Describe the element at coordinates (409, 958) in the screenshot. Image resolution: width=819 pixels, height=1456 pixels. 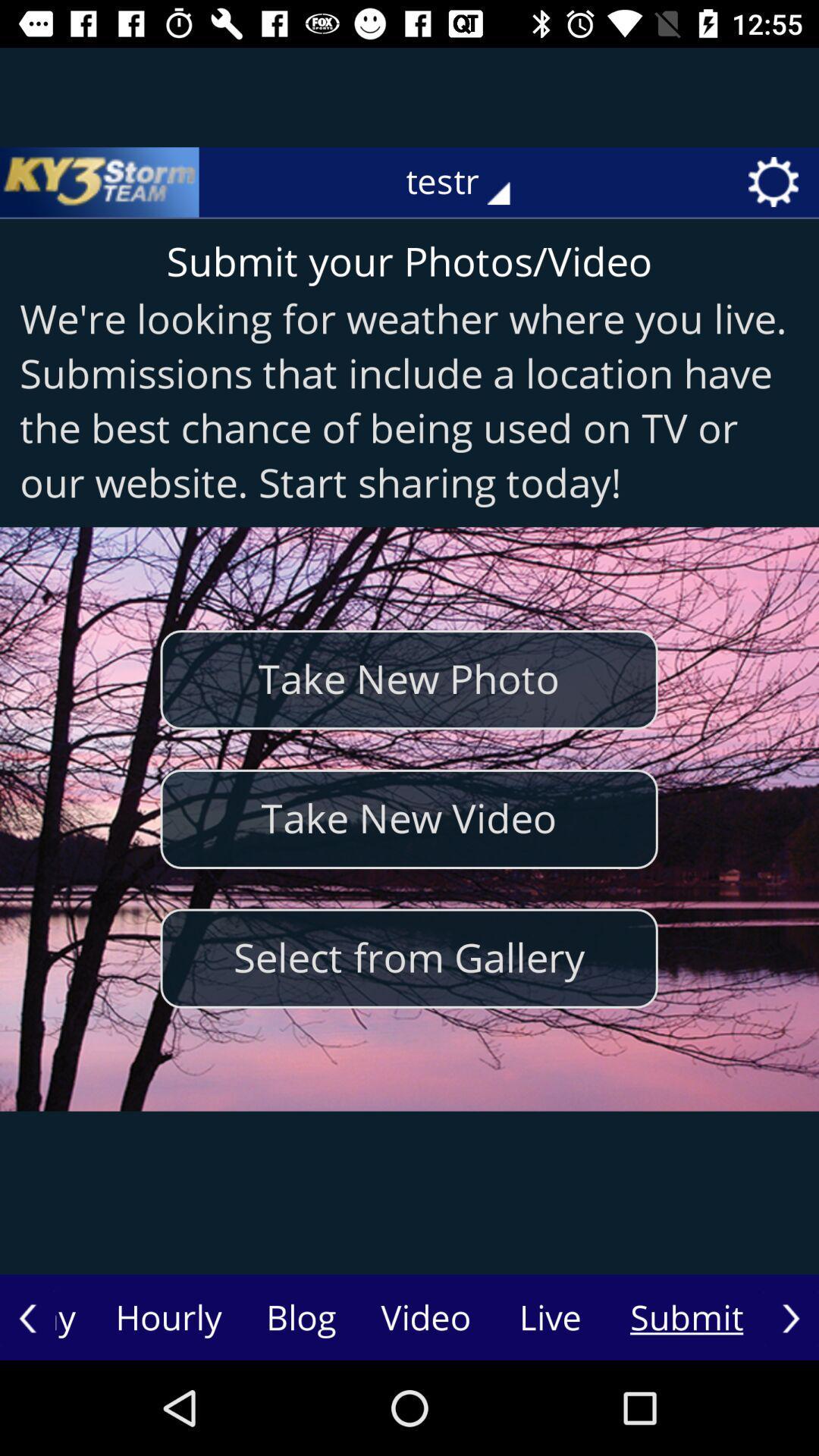
I see `the third button from the top of the page` at that location.